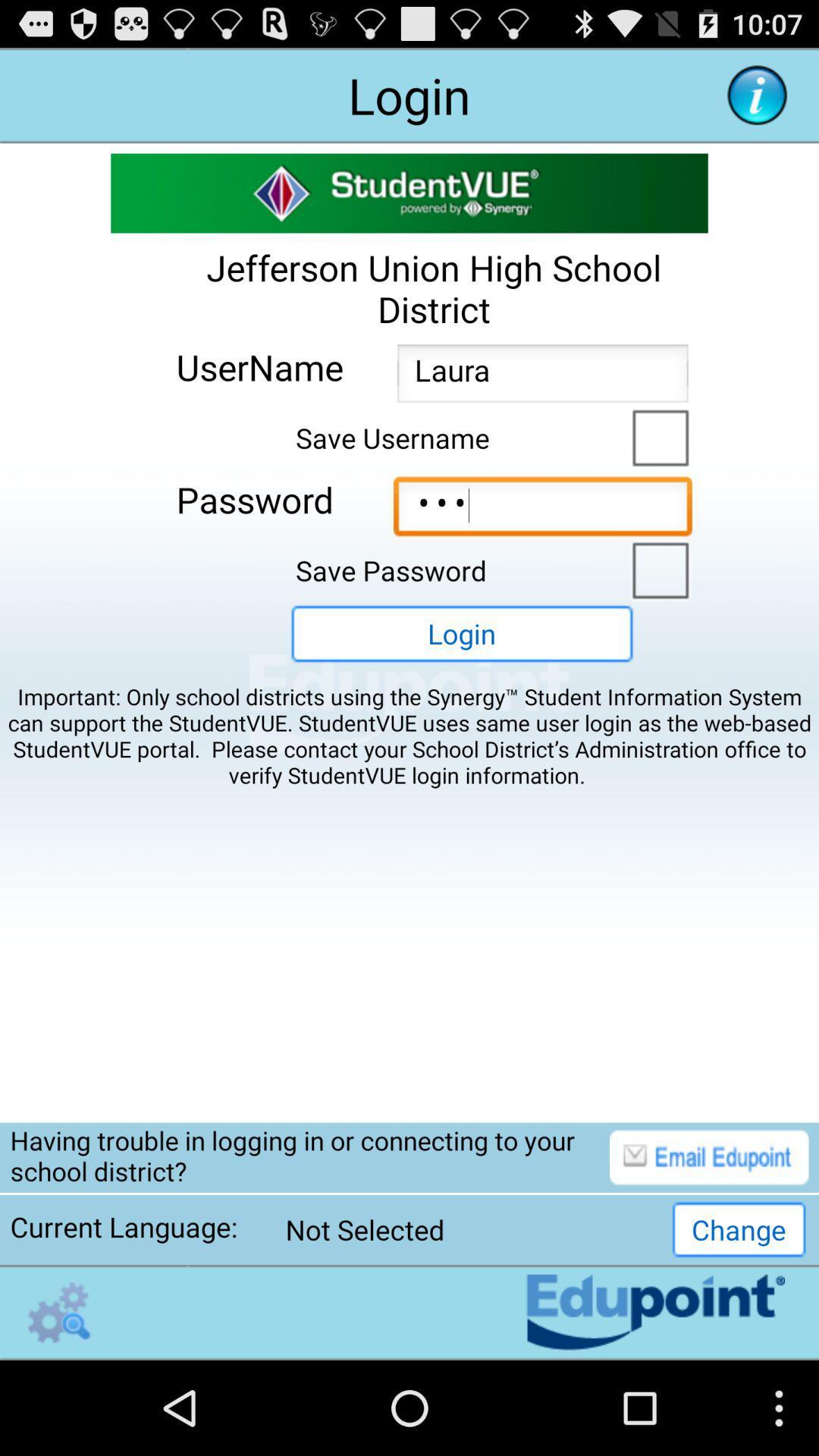 The height and width of the screenshot is (1456, 819). Describe the element at coordinates (656, 435) in the screenshot. I see `save` at that location.